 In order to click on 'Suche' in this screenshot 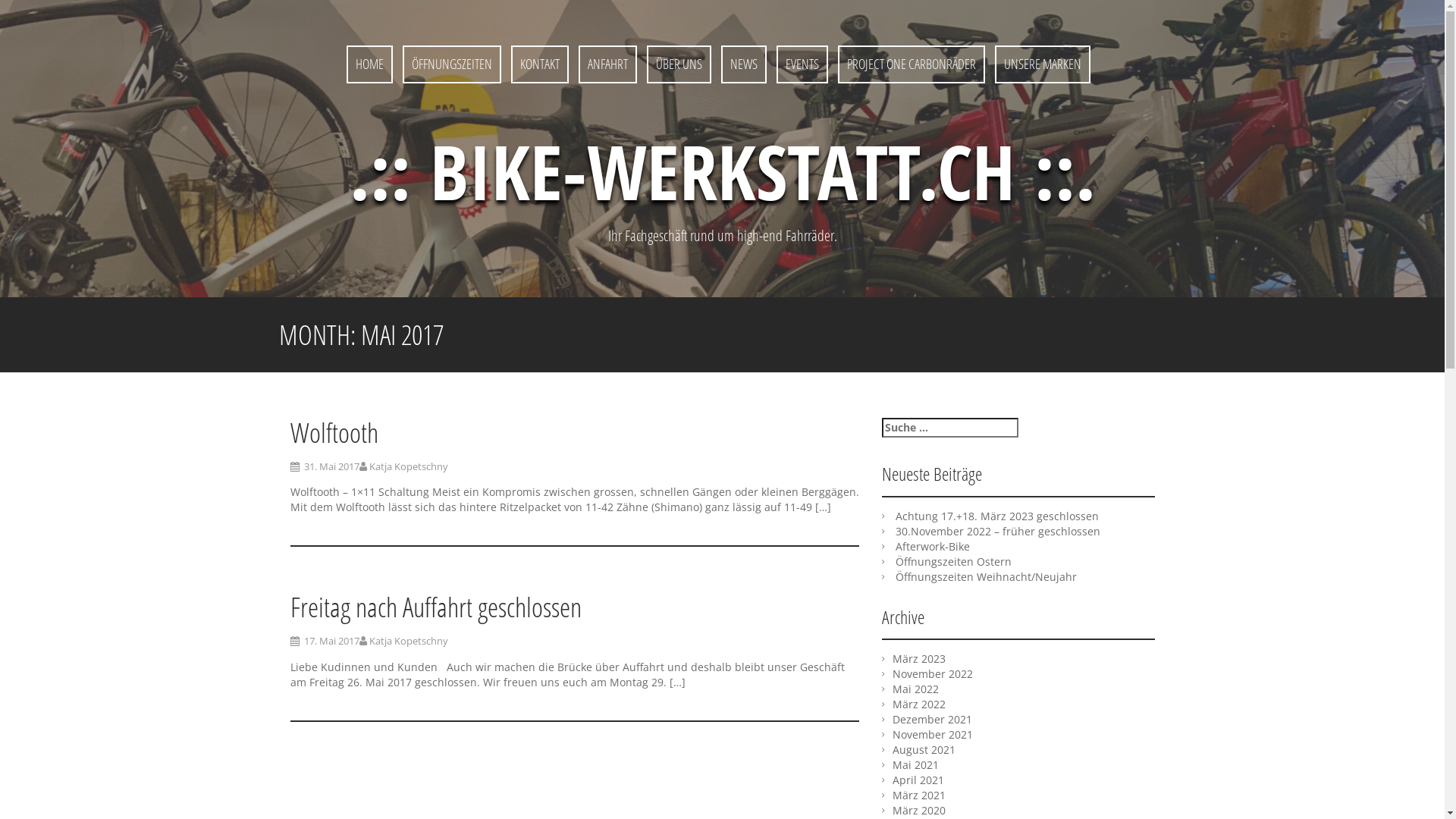, I will do `click(21, 9)`.